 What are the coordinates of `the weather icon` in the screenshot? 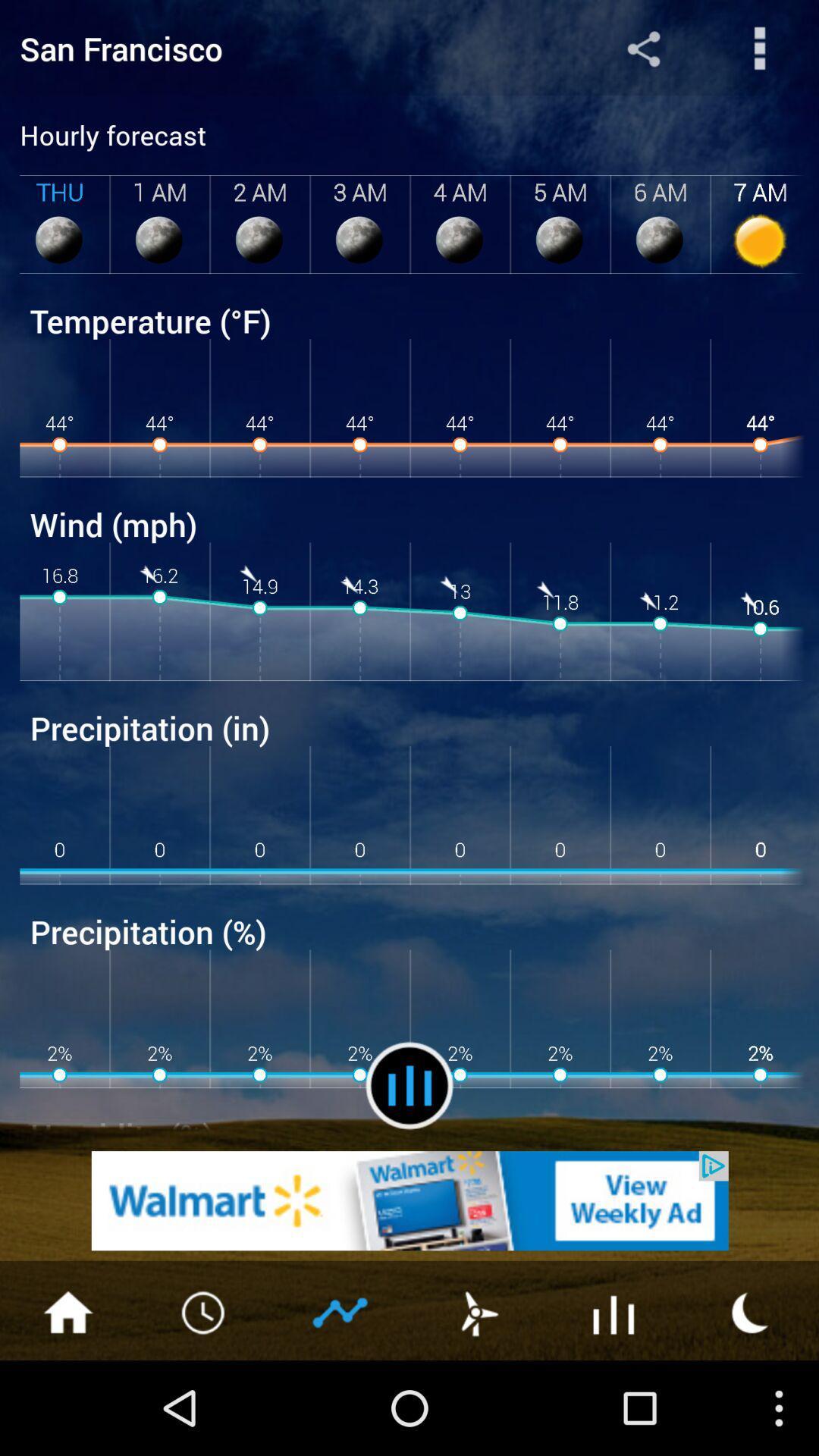 It's located at (751, 1402).